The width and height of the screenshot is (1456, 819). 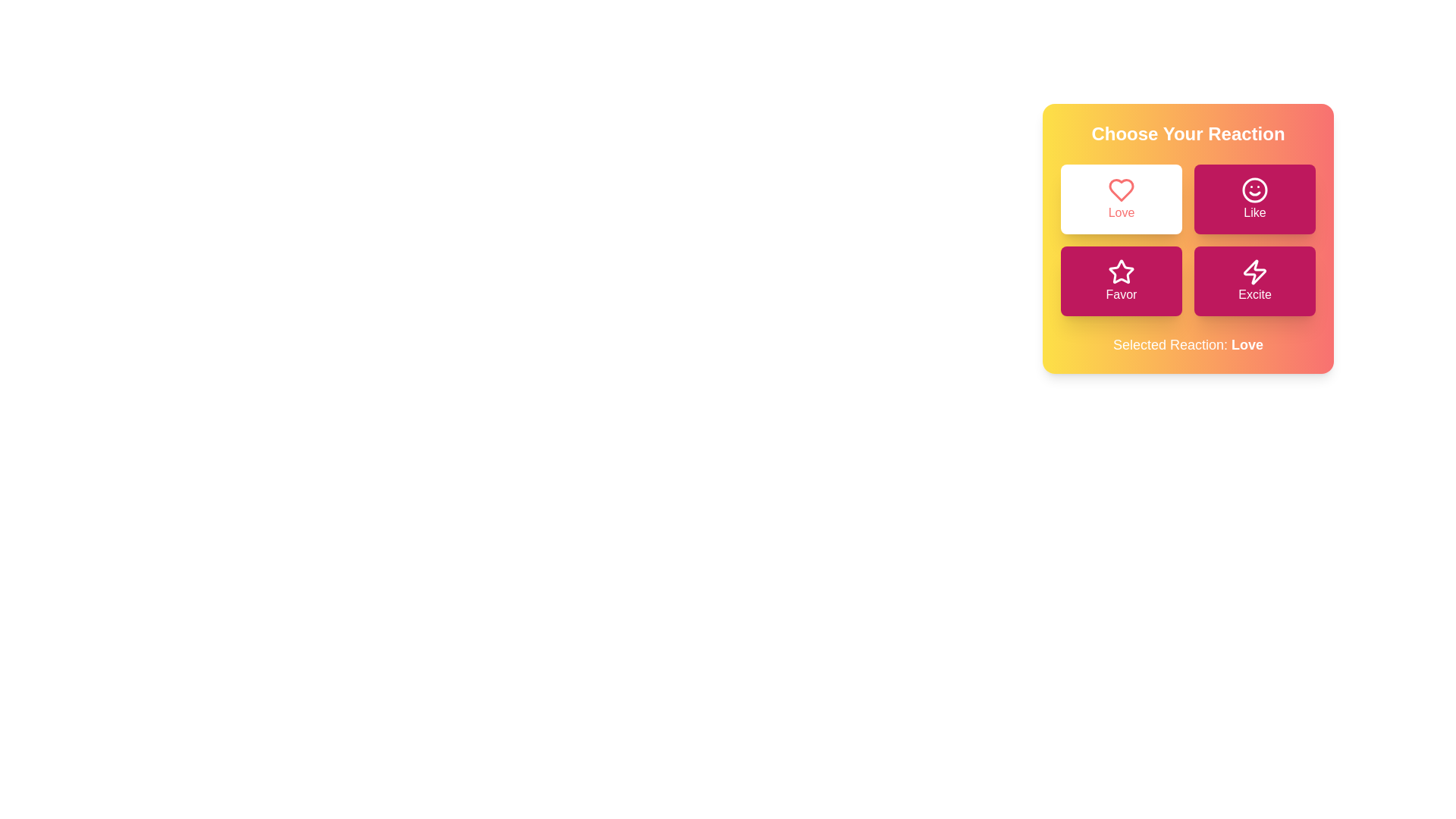 What do you see at coordinates (1255, 281) in the screenshot?
I see `the button corresponding to the reaction Excite` at bounding box center [1255, 281].